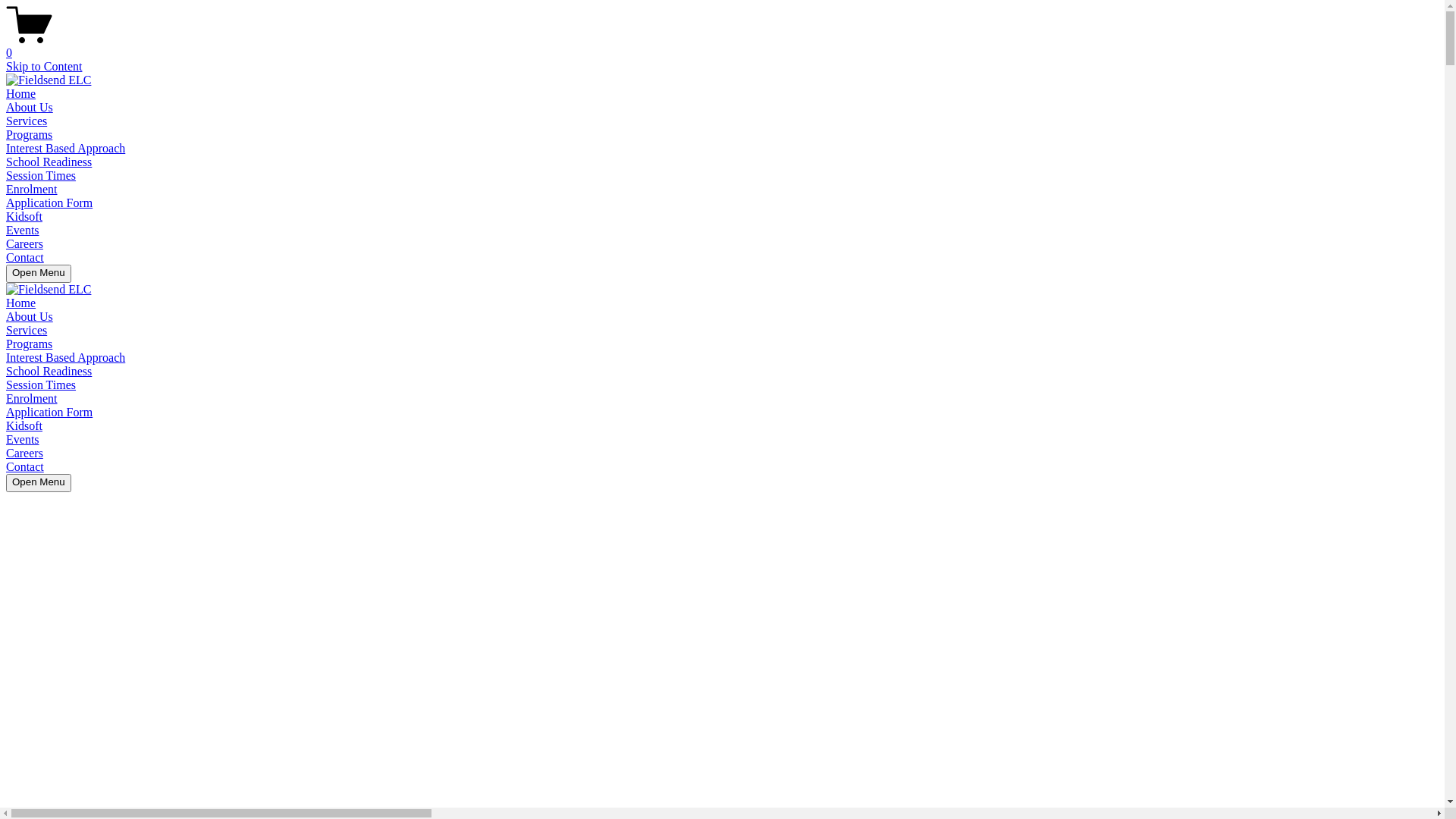 Image resolution: width=1456 pixels, height=819 pixels. Describe the element at coordinates (25, 256) in the screenshot. I see `'Contact'` at that location.